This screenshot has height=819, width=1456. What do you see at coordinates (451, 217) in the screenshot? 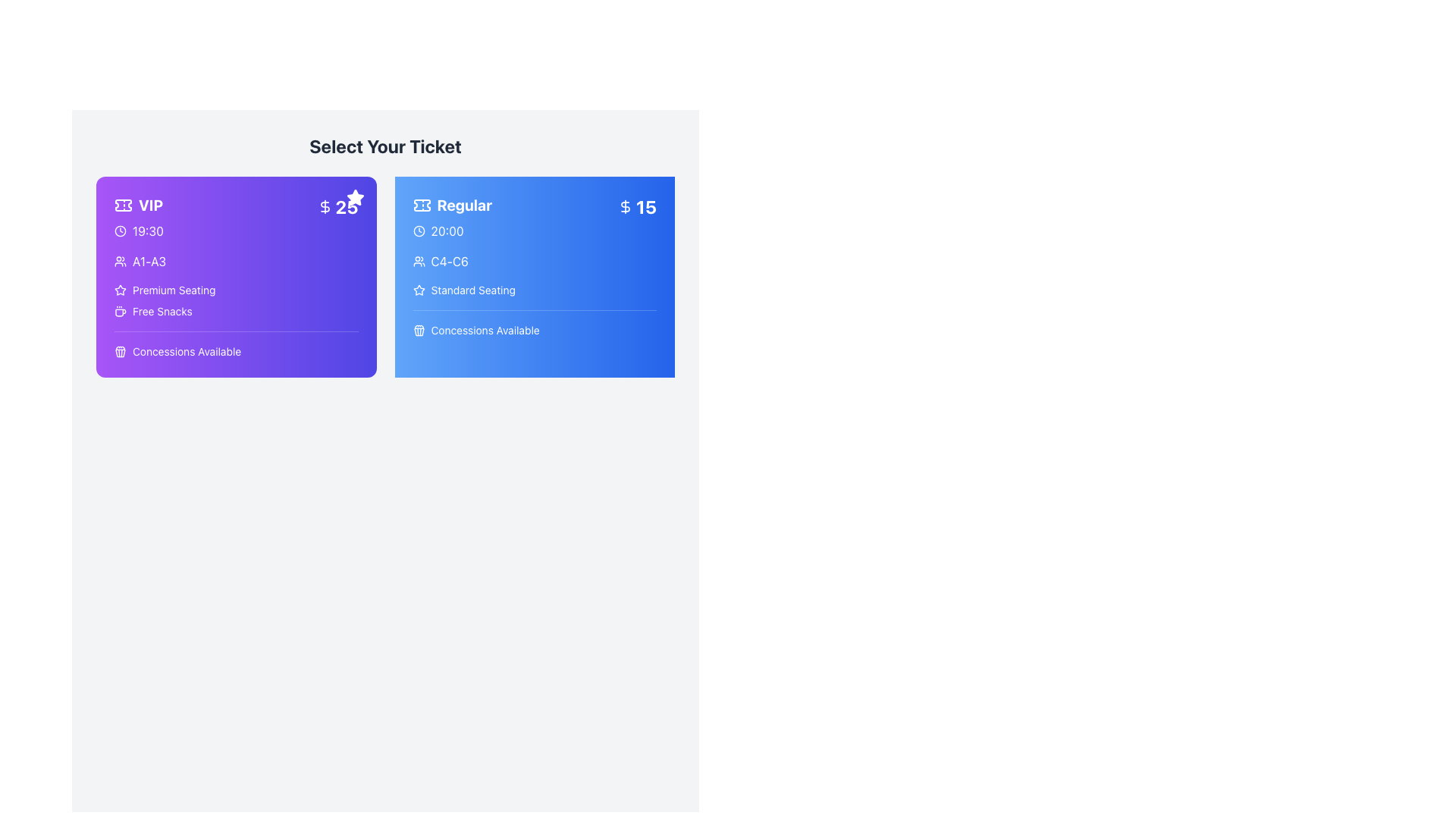
I see `the 'Regular' label with a ticket icon, which is styled in bold and has a blue background, located in the top left region of the right blue ticket card` at bounding box center [451, 217].